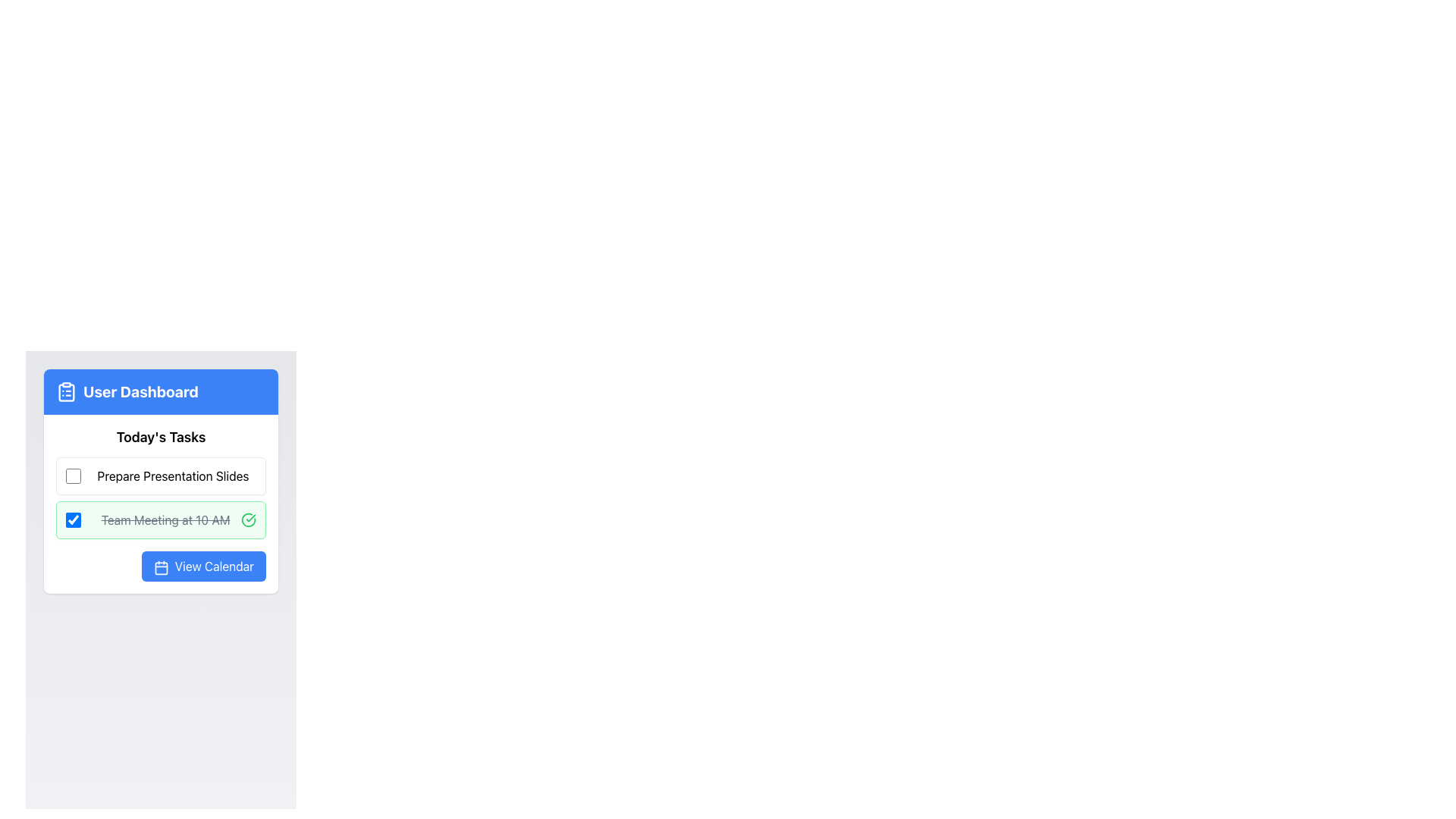 This screenshot has height=819, width=1456. What do you see at coordinates (165, 519) in the screenshot?
I see `the static text indicating the completed task located in the 'Today's Tasks' list within the 'User Dashboard' section, which is the second item in the list` at bounding box center [165, 519].